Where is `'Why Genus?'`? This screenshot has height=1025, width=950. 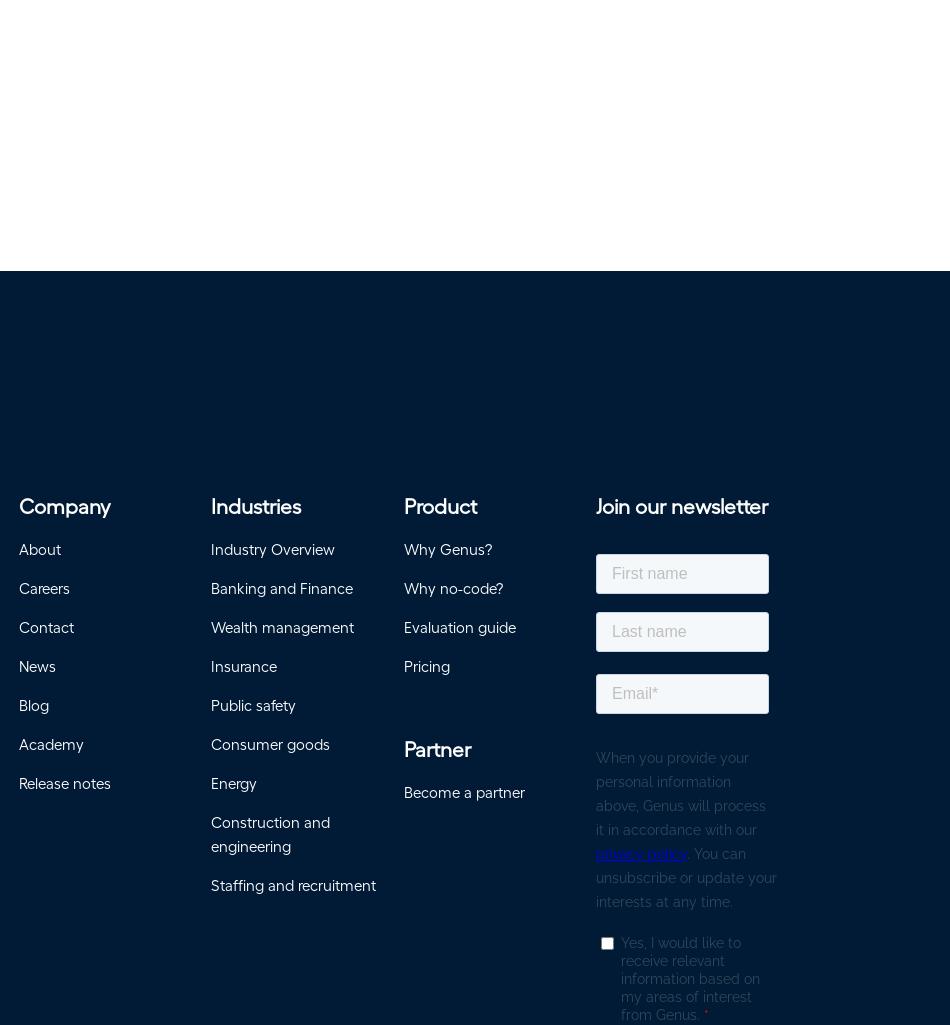
'Why Genus?' is located at coordinates (445, 554).